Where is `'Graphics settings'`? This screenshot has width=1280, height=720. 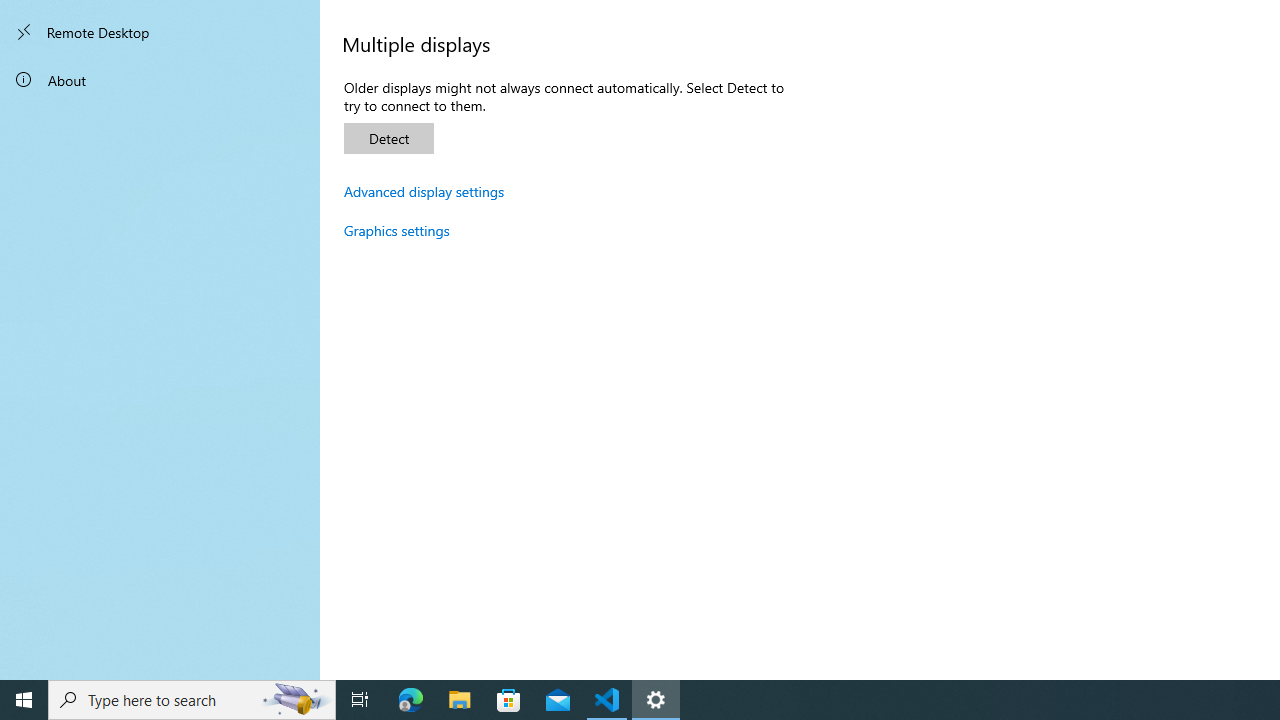 'Graphics settings' is located at coordinates (397, 229).